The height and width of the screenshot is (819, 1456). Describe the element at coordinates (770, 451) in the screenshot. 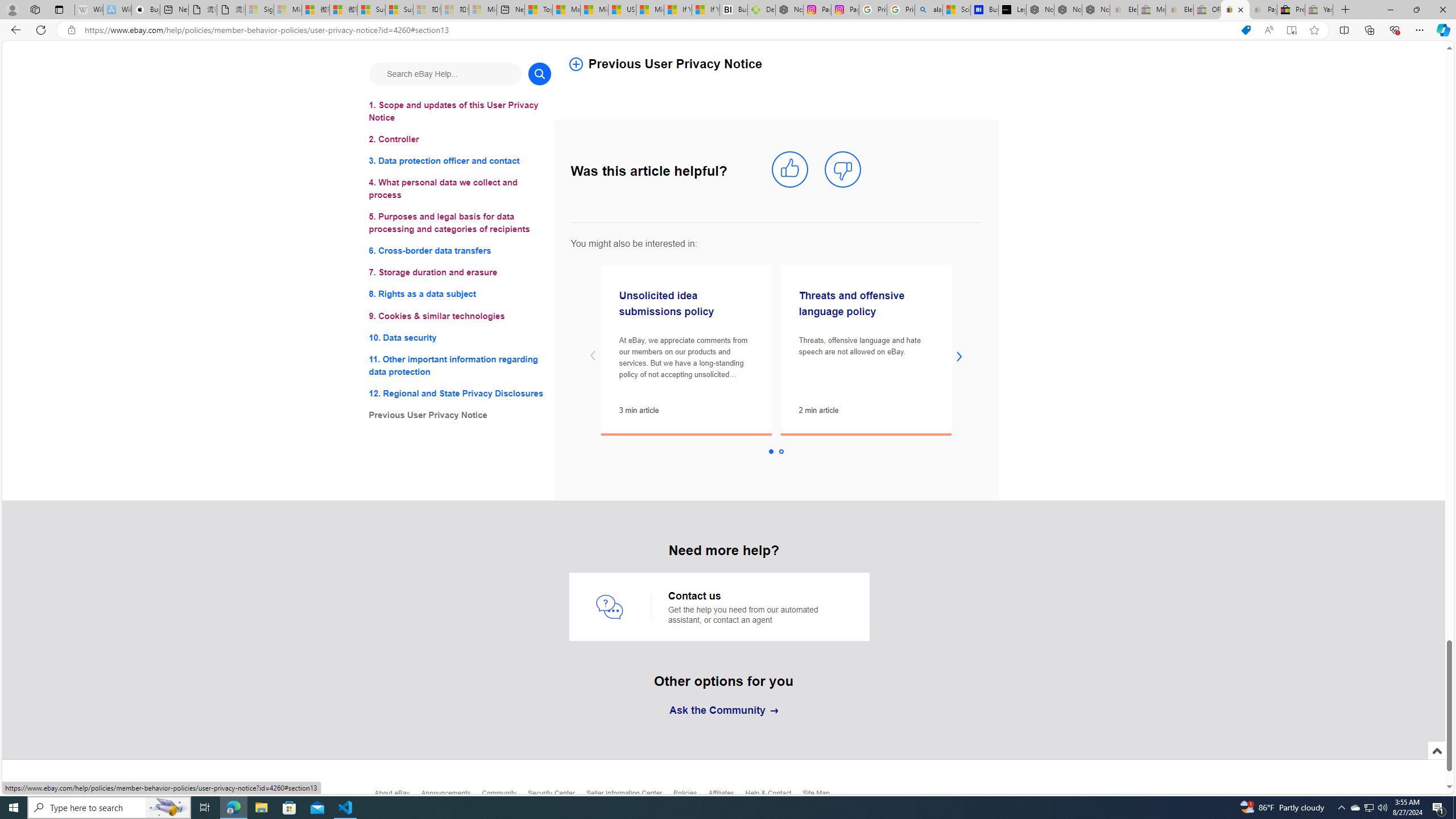

I see `'Slide 1 selected'` at that location.